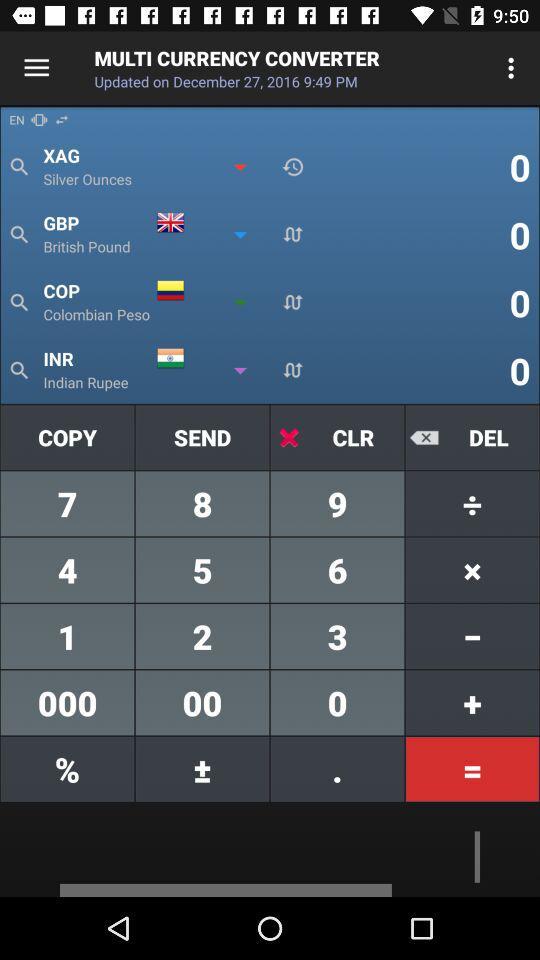 The width and height of the screenshot is (540, 960). I want to click on the search icon, so click(18, 166).